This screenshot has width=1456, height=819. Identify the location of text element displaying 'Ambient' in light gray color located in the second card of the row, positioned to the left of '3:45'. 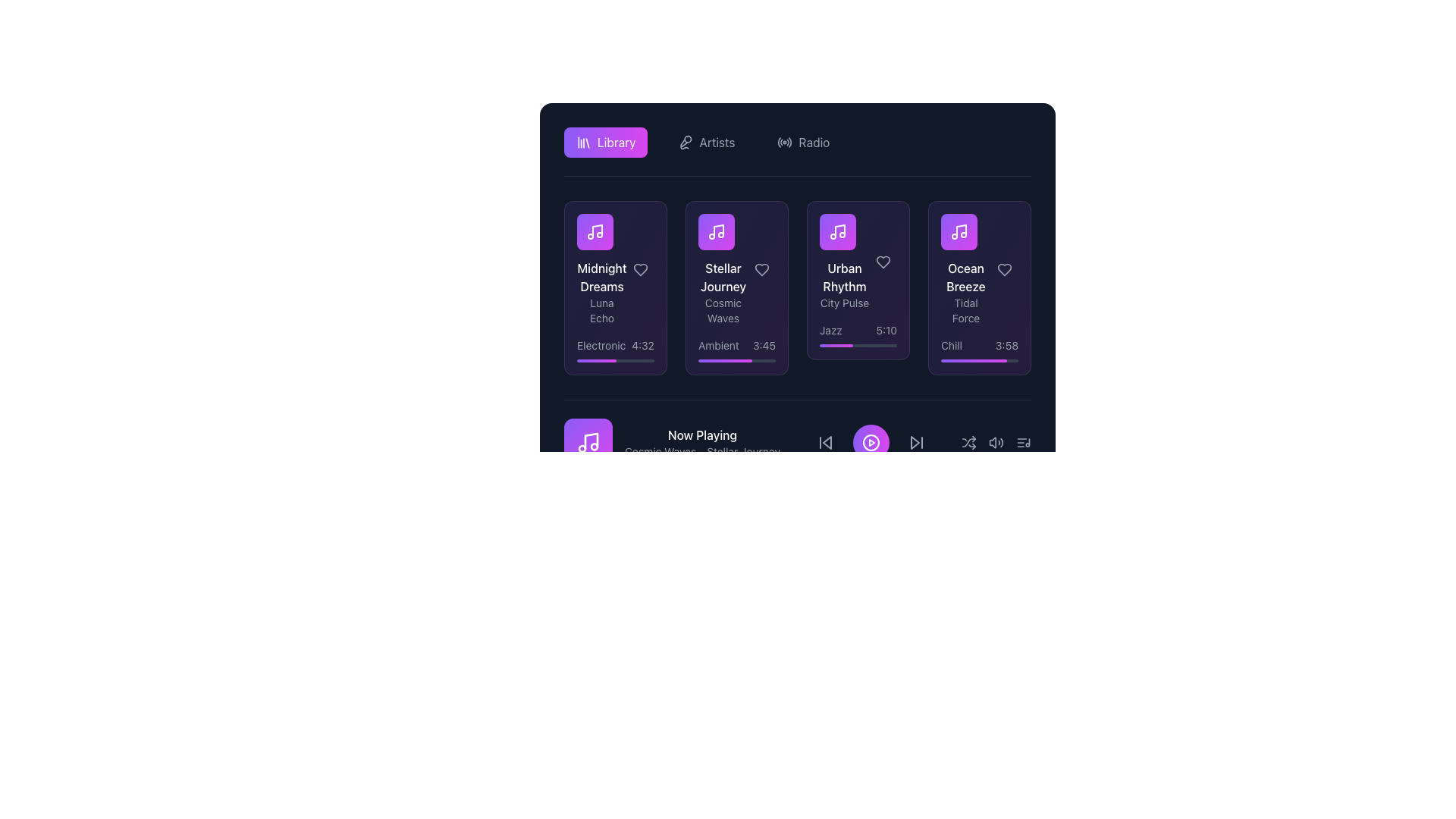
(717, 345).